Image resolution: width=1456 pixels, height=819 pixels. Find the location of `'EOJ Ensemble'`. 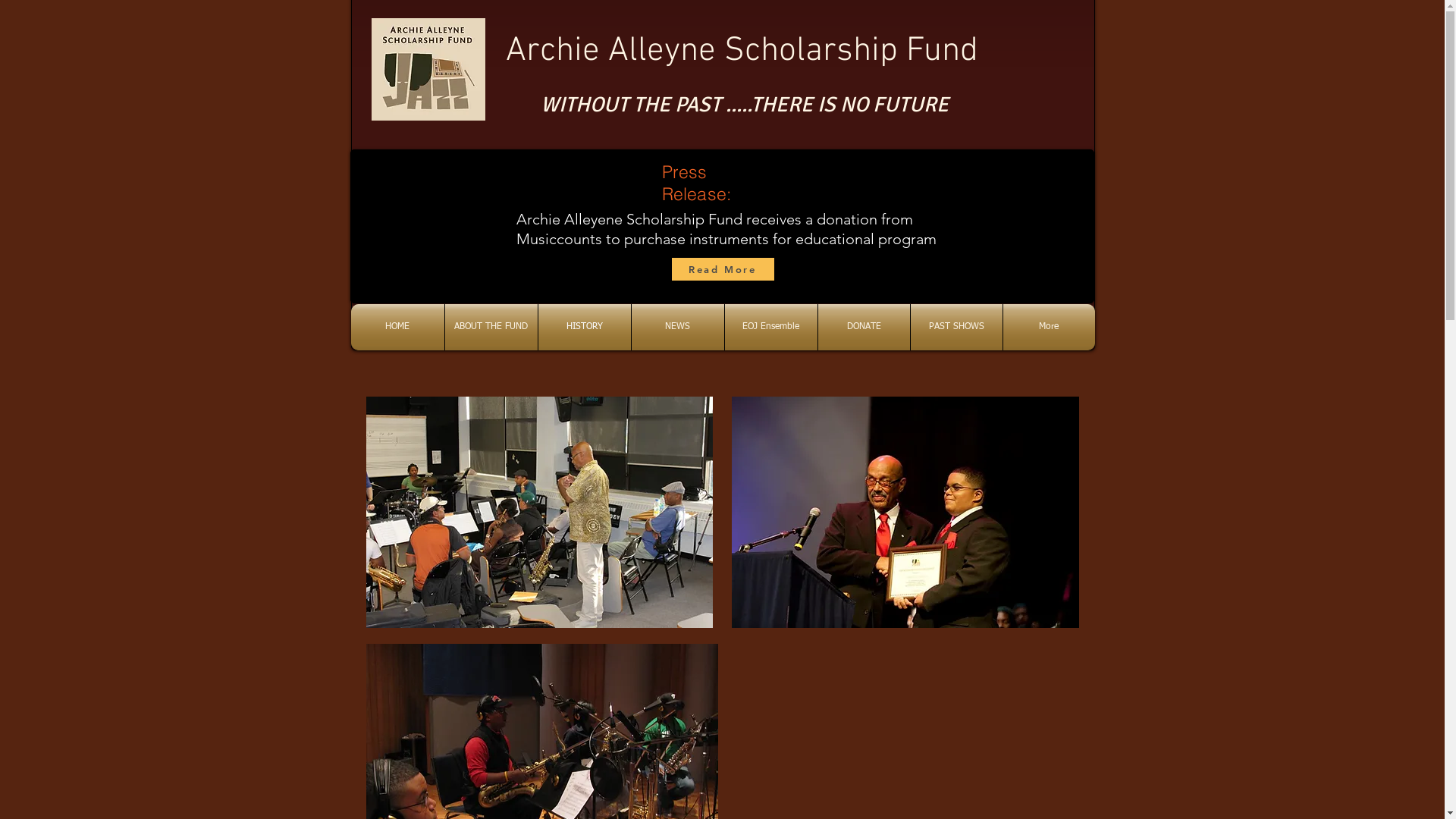

'EOJ Ensemble' is located at coordinates (723, 326).